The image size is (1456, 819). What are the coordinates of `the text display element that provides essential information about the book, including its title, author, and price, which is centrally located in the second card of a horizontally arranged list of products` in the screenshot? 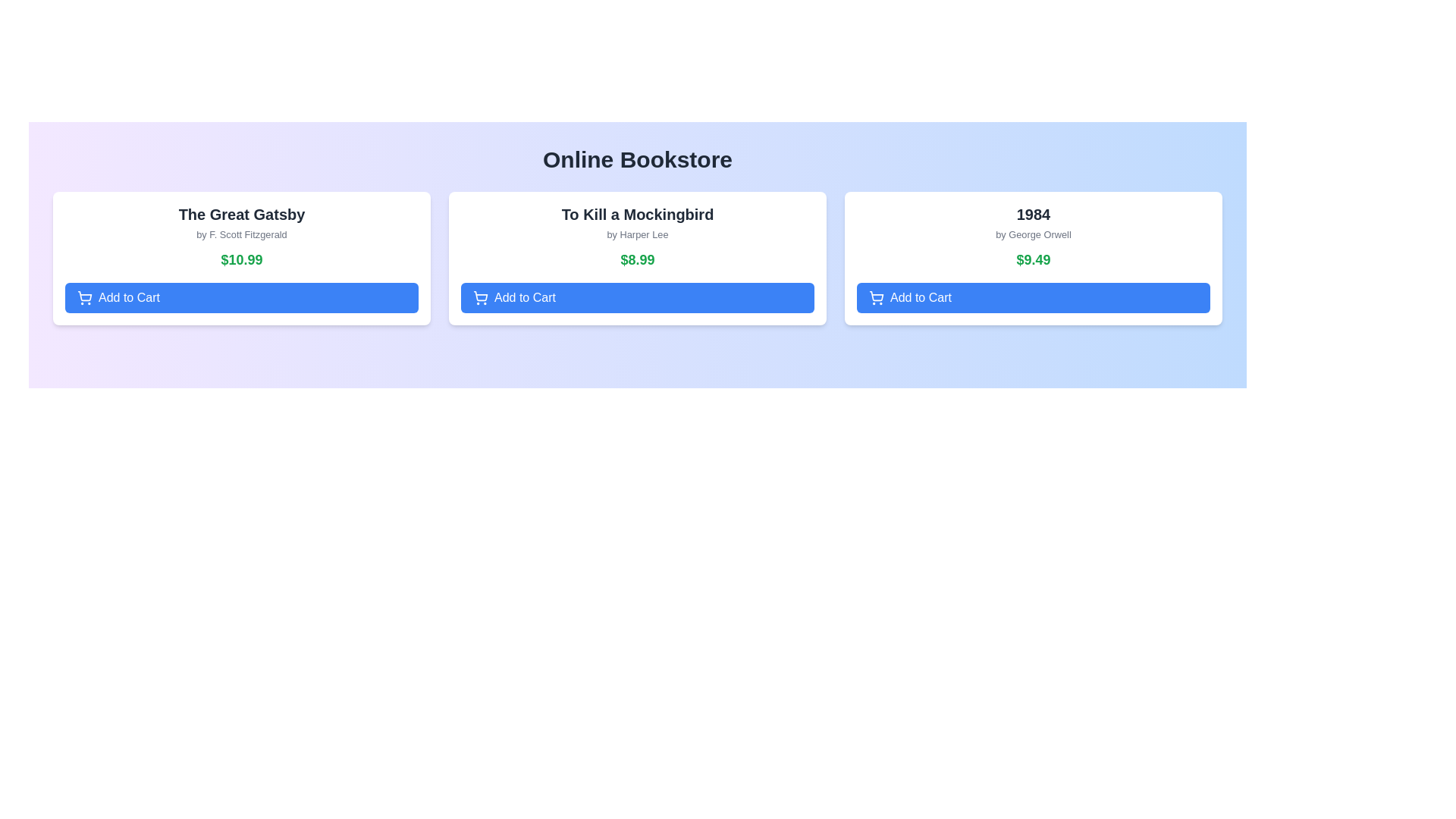 It's located at (637, 237).